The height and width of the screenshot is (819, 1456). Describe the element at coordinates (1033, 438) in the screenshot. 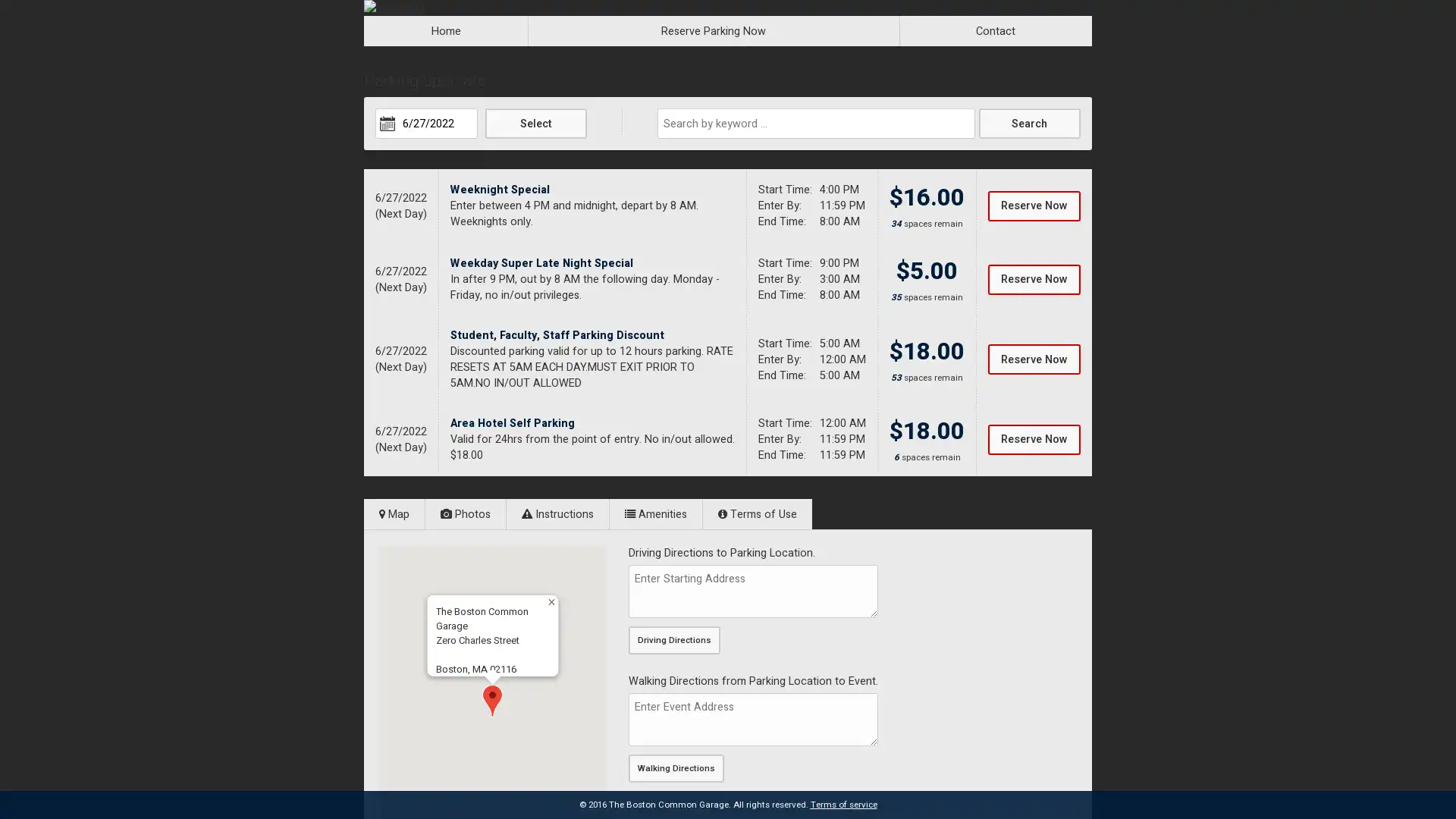

I see `Reserve Now` at that location.